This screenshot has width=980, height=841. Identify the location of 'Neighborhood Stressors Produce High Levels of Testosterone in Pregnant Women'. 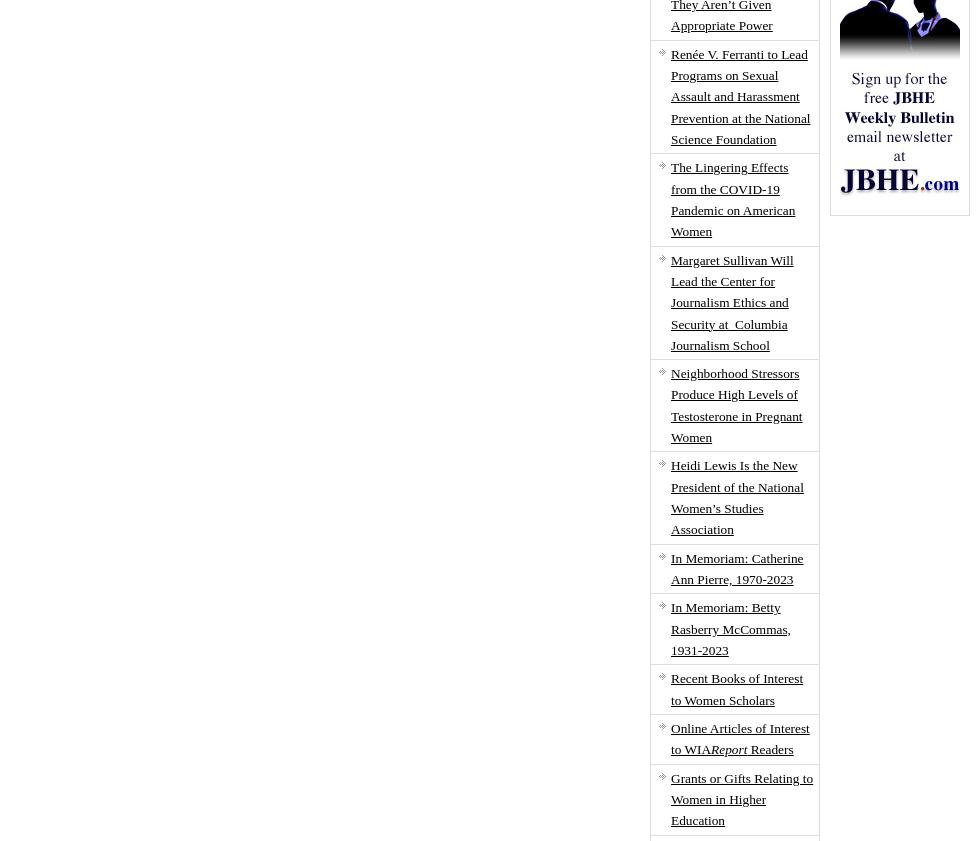
(736, 404).